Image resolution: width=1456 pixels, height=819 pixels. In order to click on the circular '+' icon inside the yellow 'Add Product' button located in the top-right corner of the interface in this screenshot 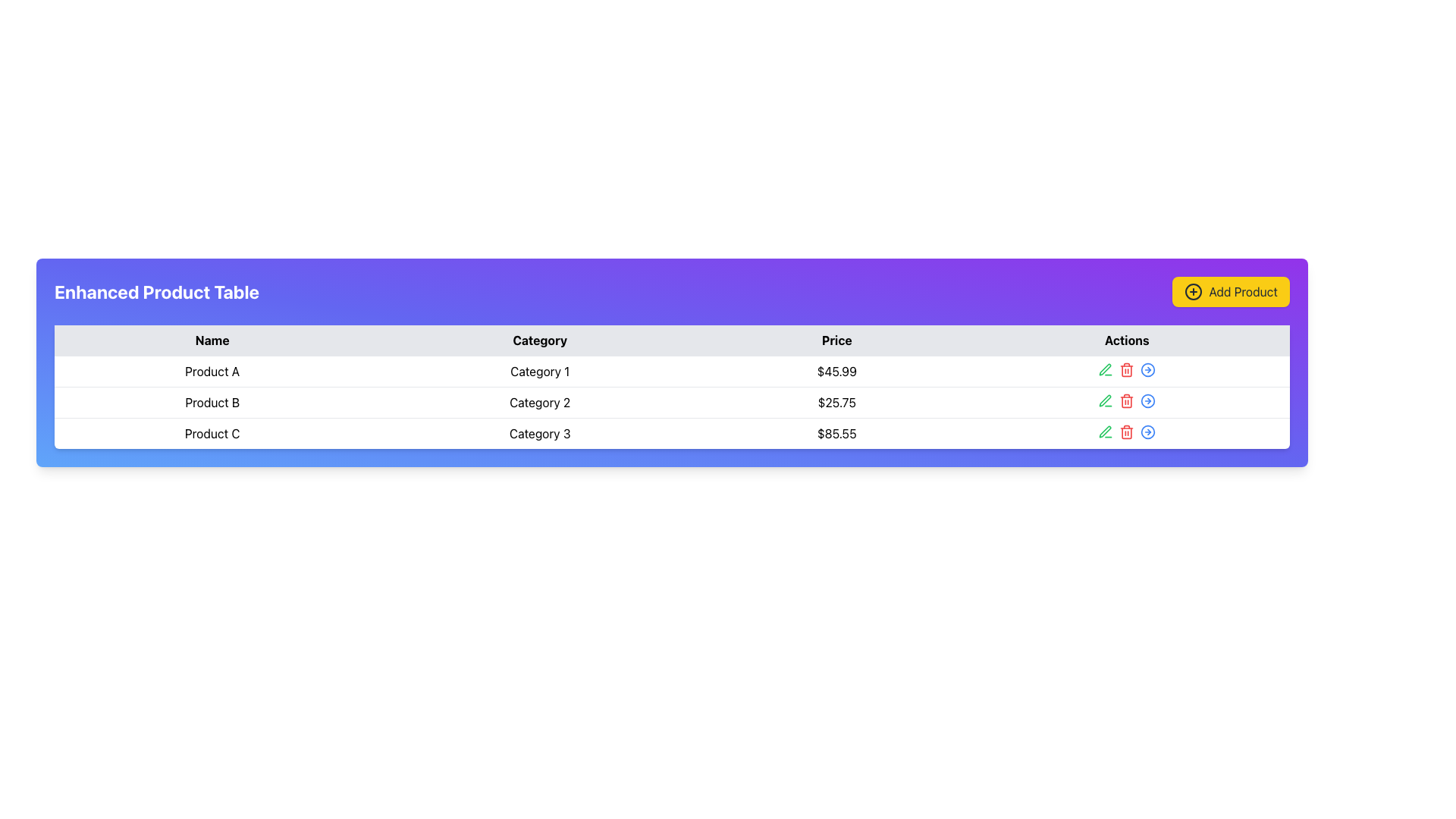, I will do `click(1193, 292)`.